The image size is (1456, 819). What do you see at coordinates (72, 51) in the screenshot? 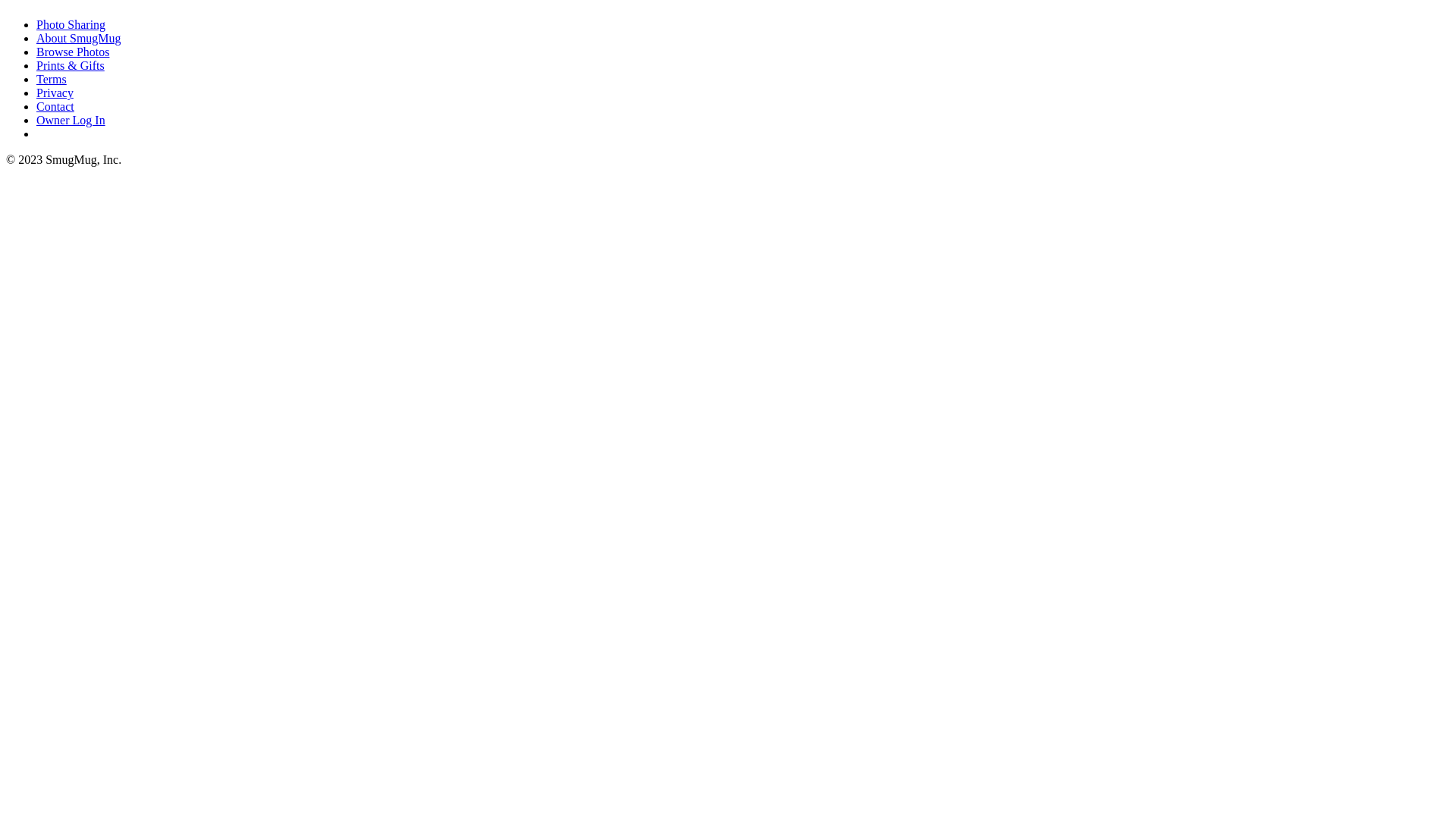
I see `'Browse Photos'` at bounding box center [72, 51].